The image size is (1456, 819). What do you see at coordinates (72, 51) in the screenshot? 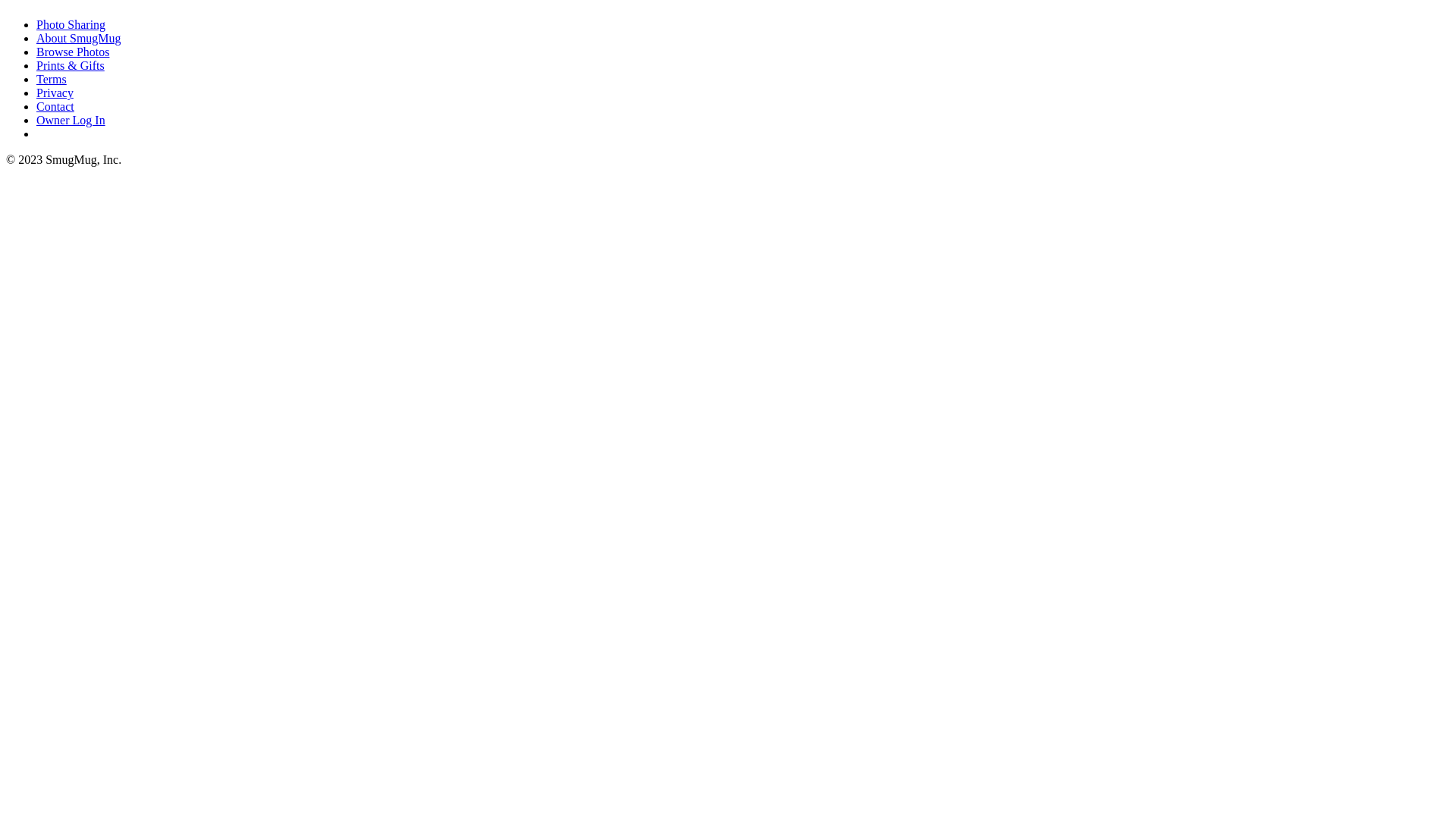
I see `'Browse Photos'` at bounding box center [72, 51].